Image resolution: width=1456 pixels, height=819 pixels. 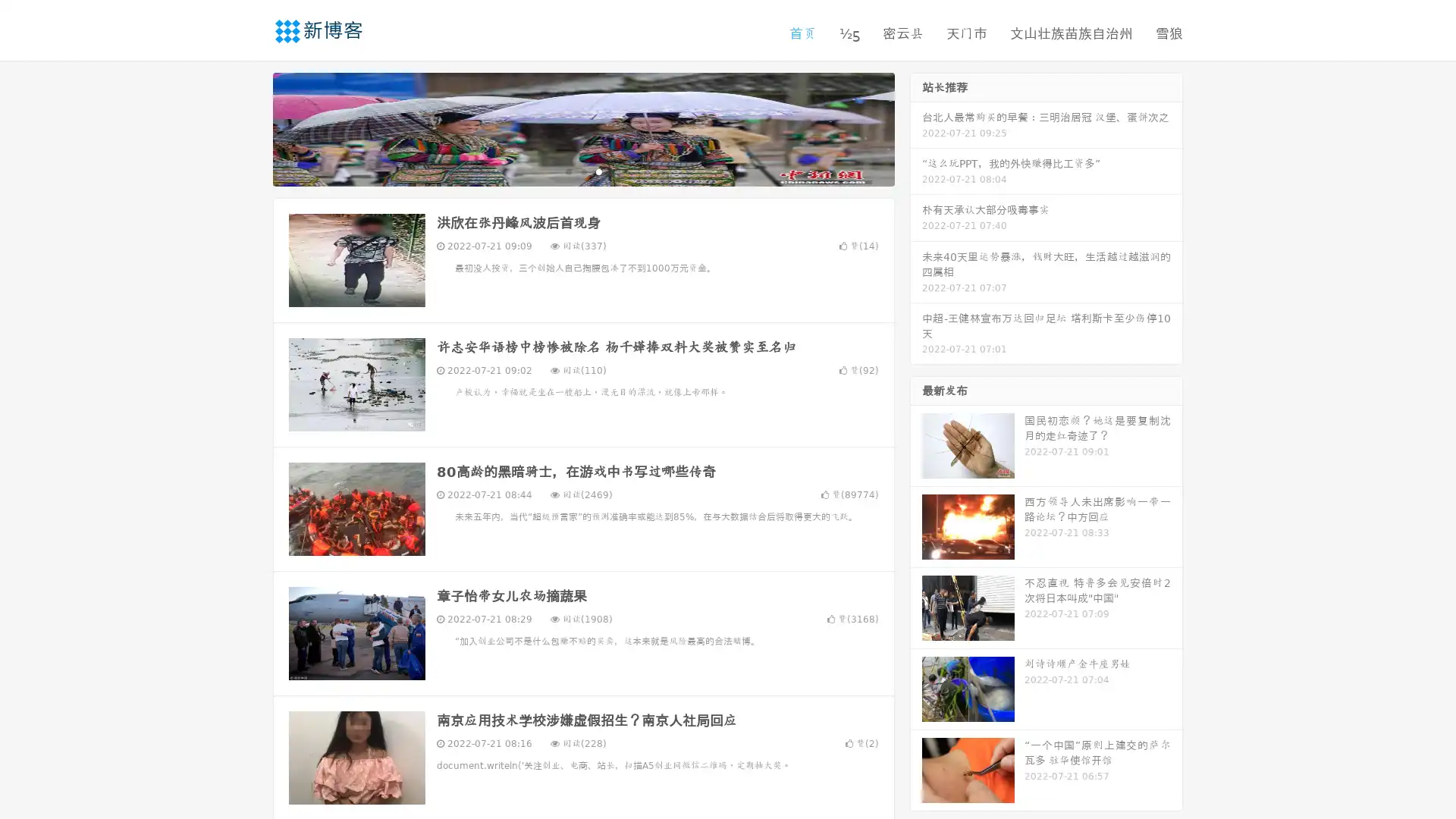 I want to click on Go to slide 1, so click(x=567, y=171).